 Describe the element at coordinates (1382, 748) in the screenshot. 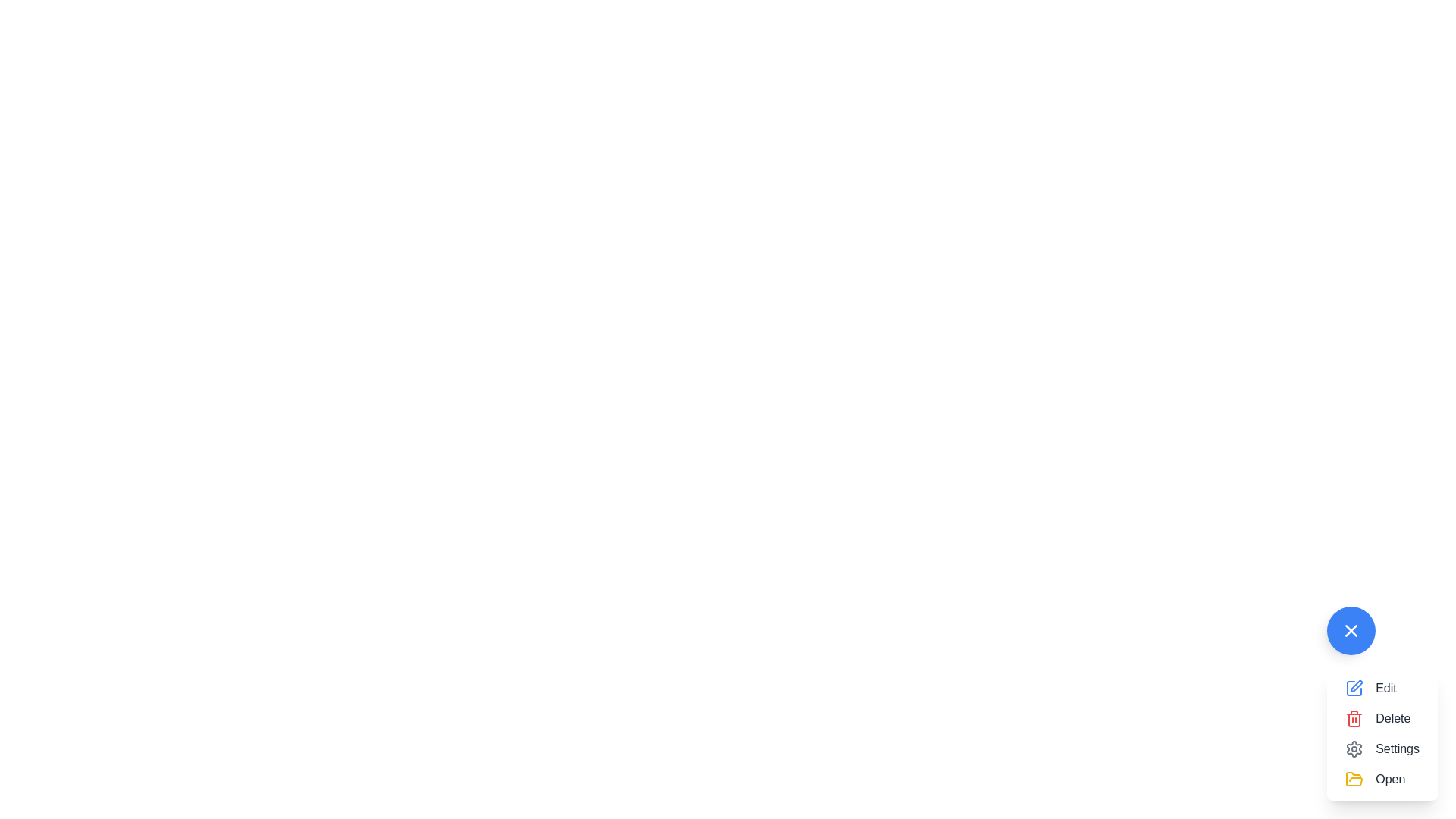

I see `the settings button located` at that location.